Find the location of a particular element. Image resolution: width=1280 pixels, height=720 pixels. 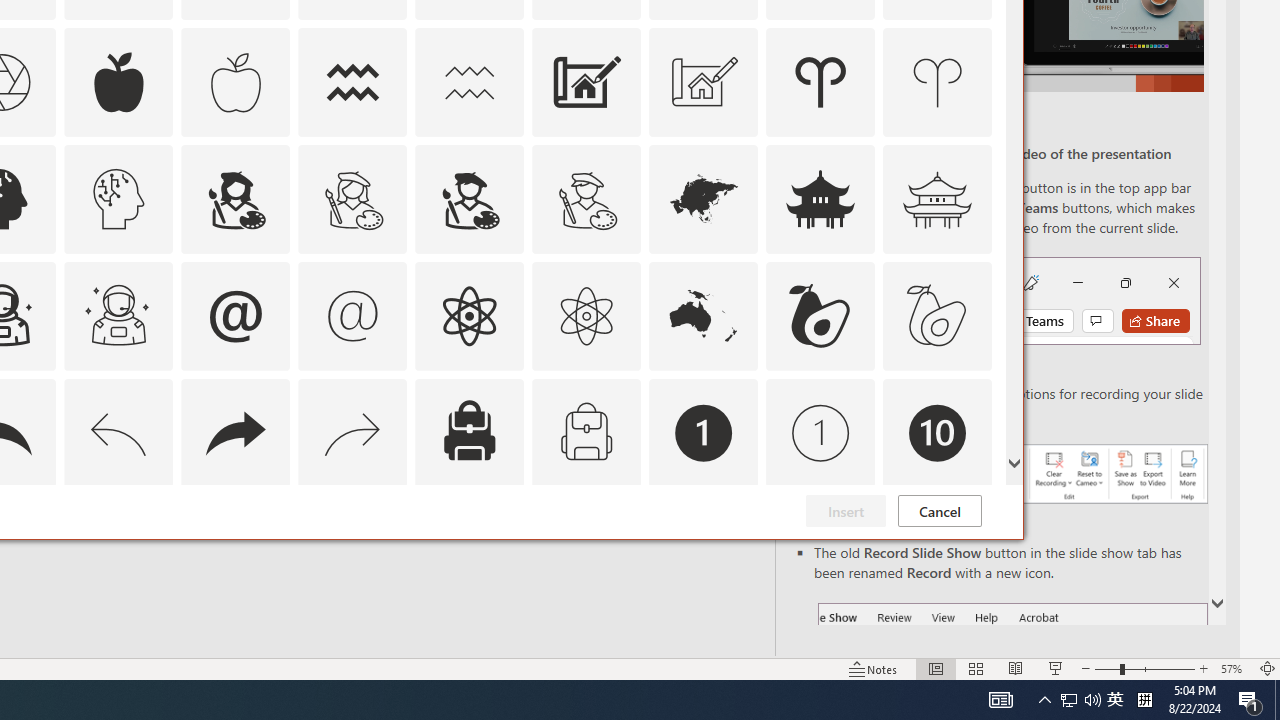

'AutomationID: Icons_At' is located at coordinates (235, 315).